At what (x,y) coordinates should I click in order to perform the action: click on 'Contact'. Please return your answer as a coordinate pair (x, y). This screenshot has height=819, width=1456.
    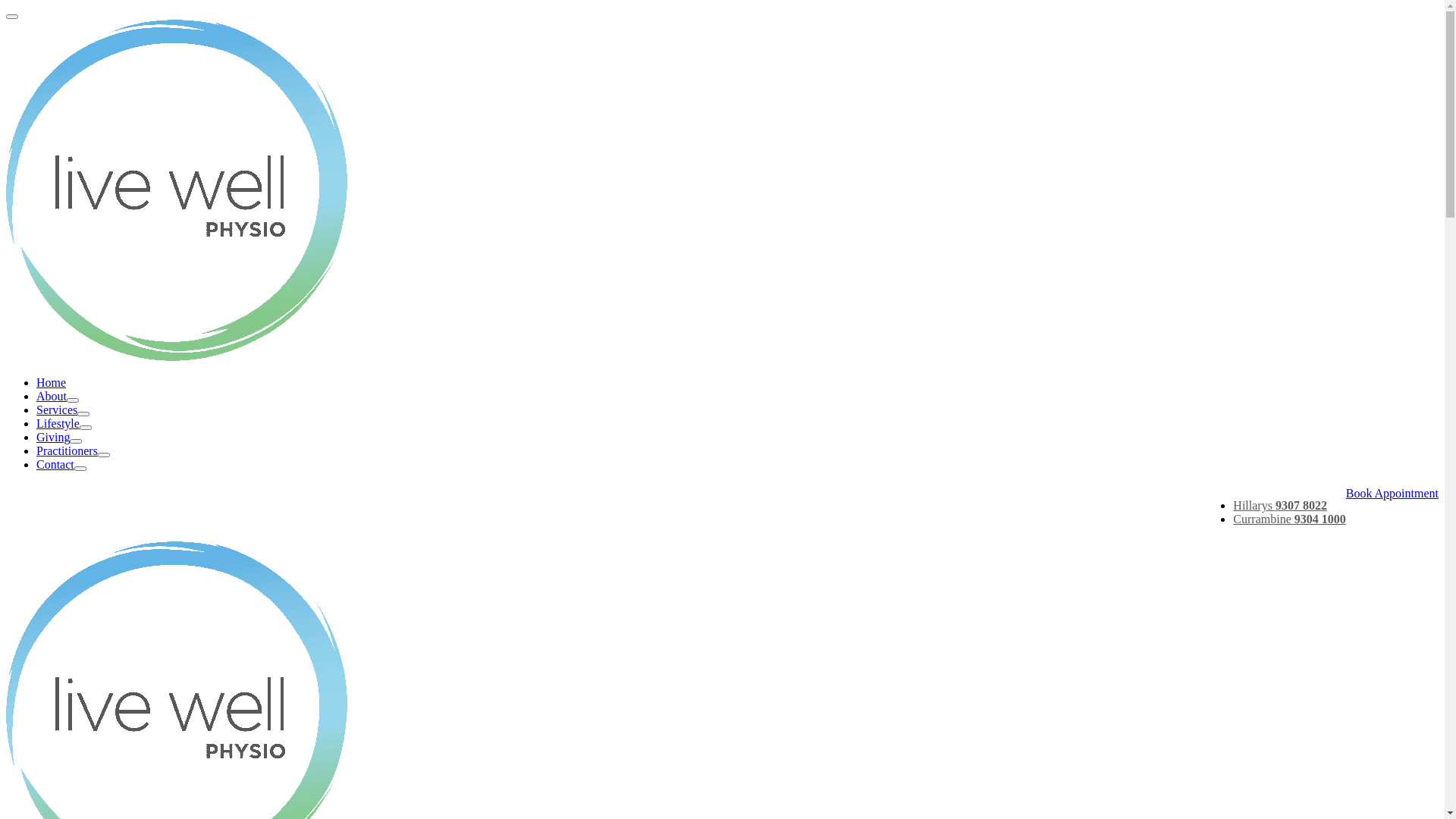
    Looking at the image, I should click on (61, 463).